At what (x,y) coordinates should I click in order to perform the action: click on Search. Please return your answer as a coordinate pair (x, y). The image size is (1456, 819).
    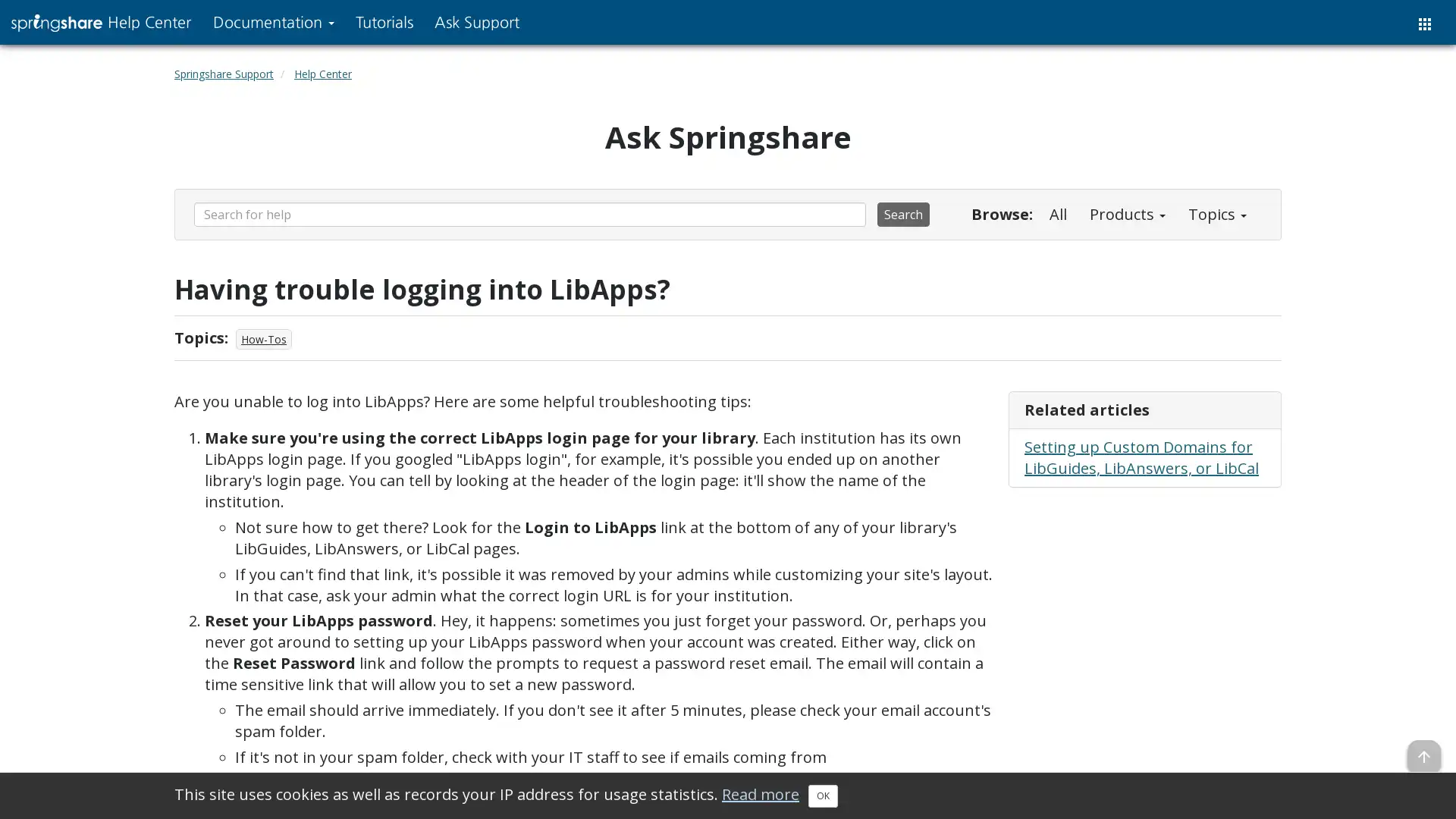
    Looking at the image, I should click on (903, 214).